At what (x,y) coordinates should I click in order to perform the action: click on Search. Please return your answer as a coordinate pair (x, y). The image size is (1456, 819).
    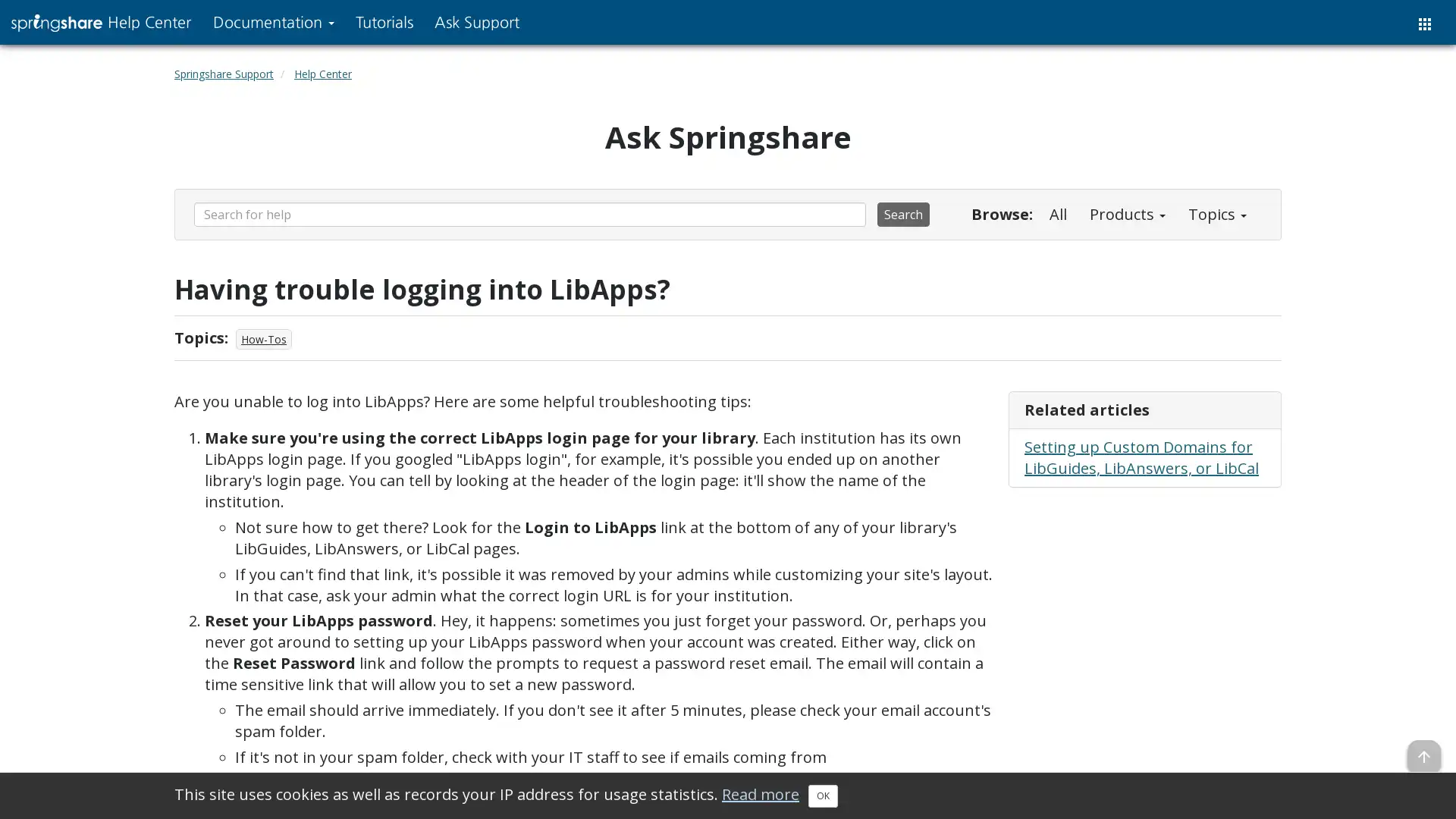
    Looking at the image, I should click on (903, 214).